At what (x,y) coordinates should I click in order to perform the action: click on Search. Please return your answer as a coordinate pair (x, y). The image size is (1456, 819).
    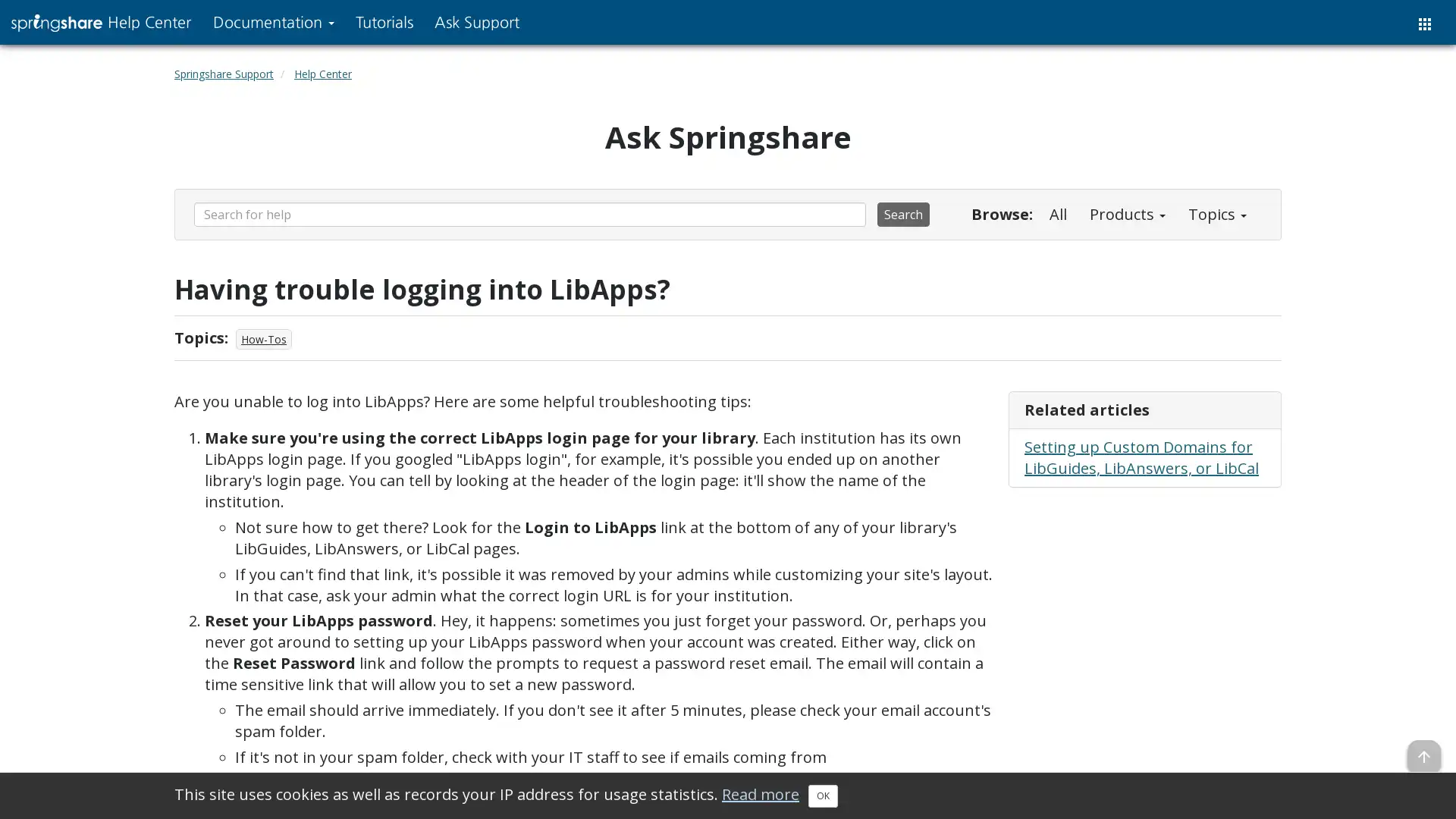
    Looking at the image, I should click on (903, 214).